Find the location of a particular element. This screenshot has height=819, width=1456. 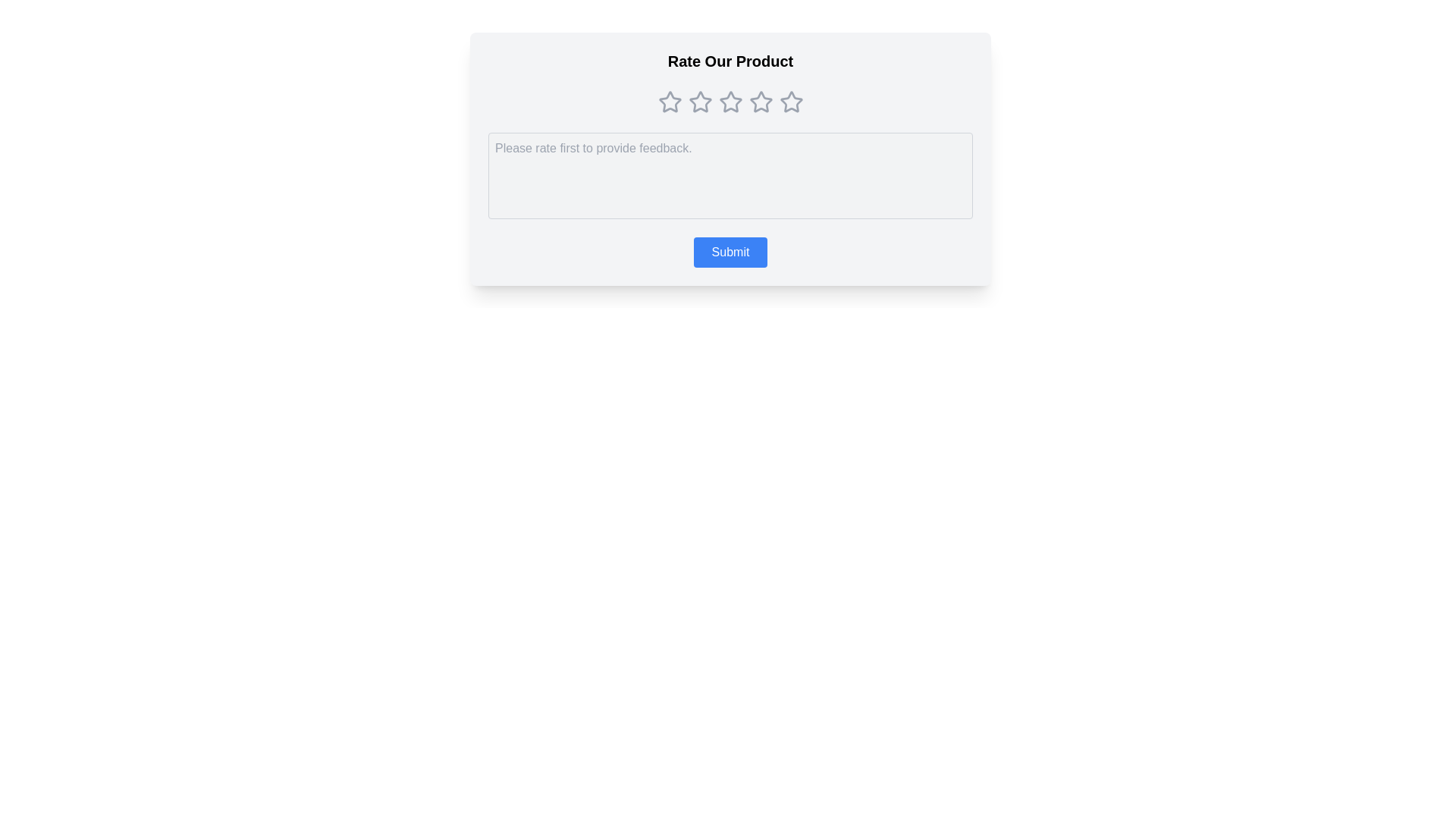

the fourth star icon in the horizontal row of rating options is located at coordinates (730, 102).